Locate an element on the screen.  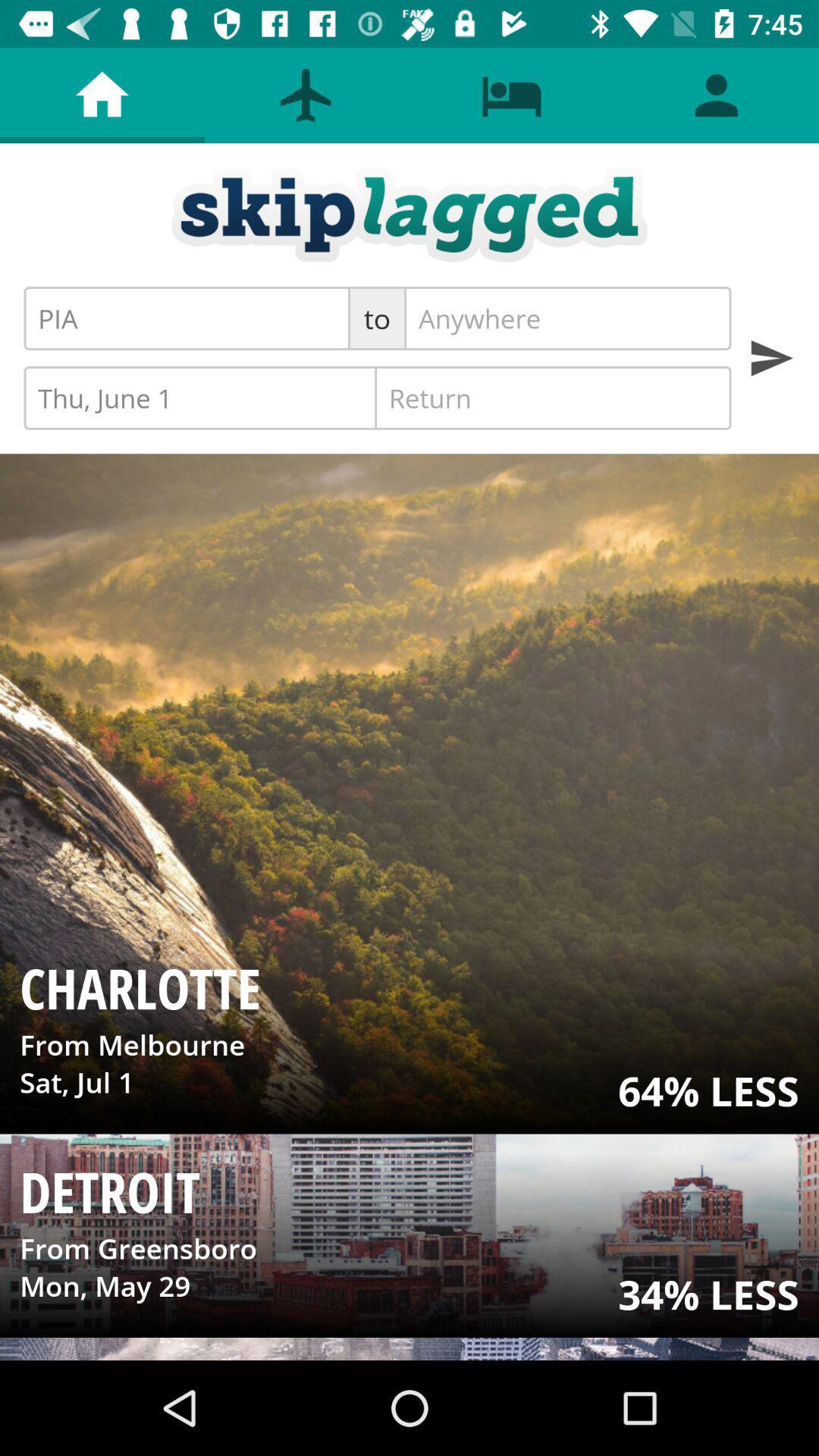
item below the to icon is located at coordinates (201, 397).